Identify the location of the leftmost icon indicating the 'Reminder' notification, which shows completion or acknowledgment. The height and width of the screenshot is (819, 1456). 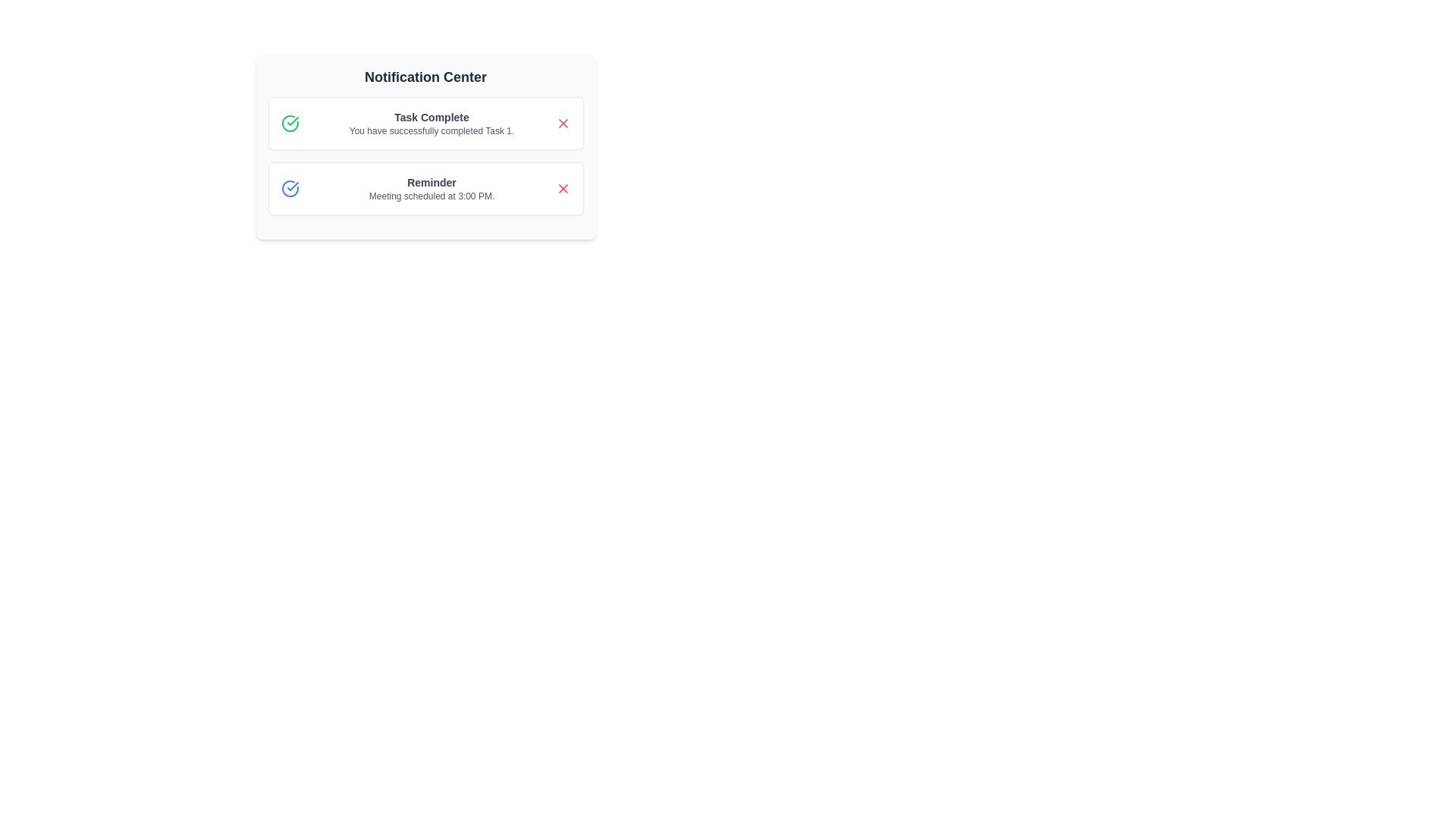
(290, 188).